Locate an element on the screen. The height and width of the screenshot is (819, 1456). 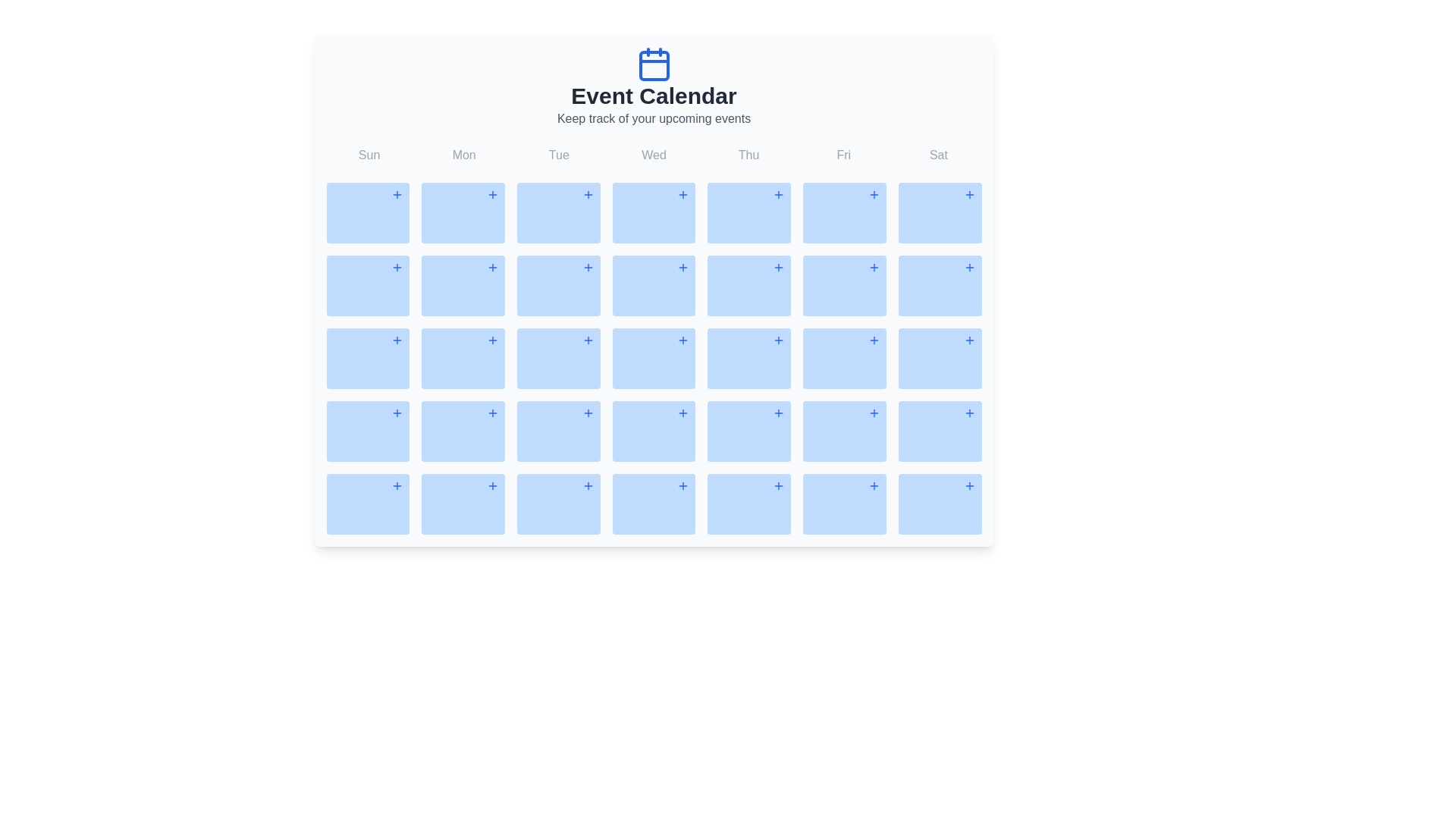
the interactive button located in the center of the cell on the calendar interface is located at coordinates (587, 267).